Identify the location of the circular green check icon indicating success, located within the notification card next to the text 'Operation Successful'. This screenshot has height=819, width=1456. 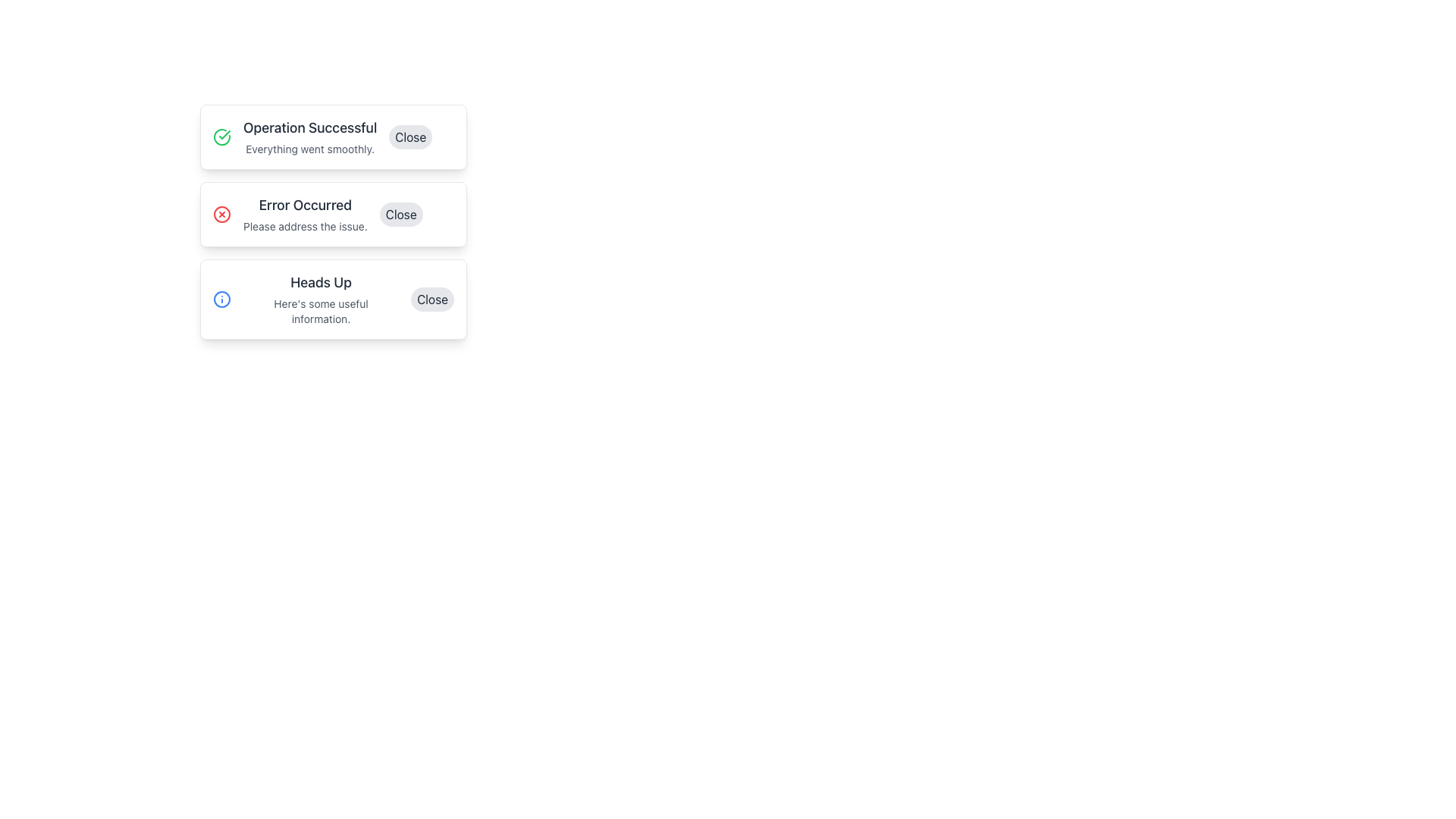
(221, 137).